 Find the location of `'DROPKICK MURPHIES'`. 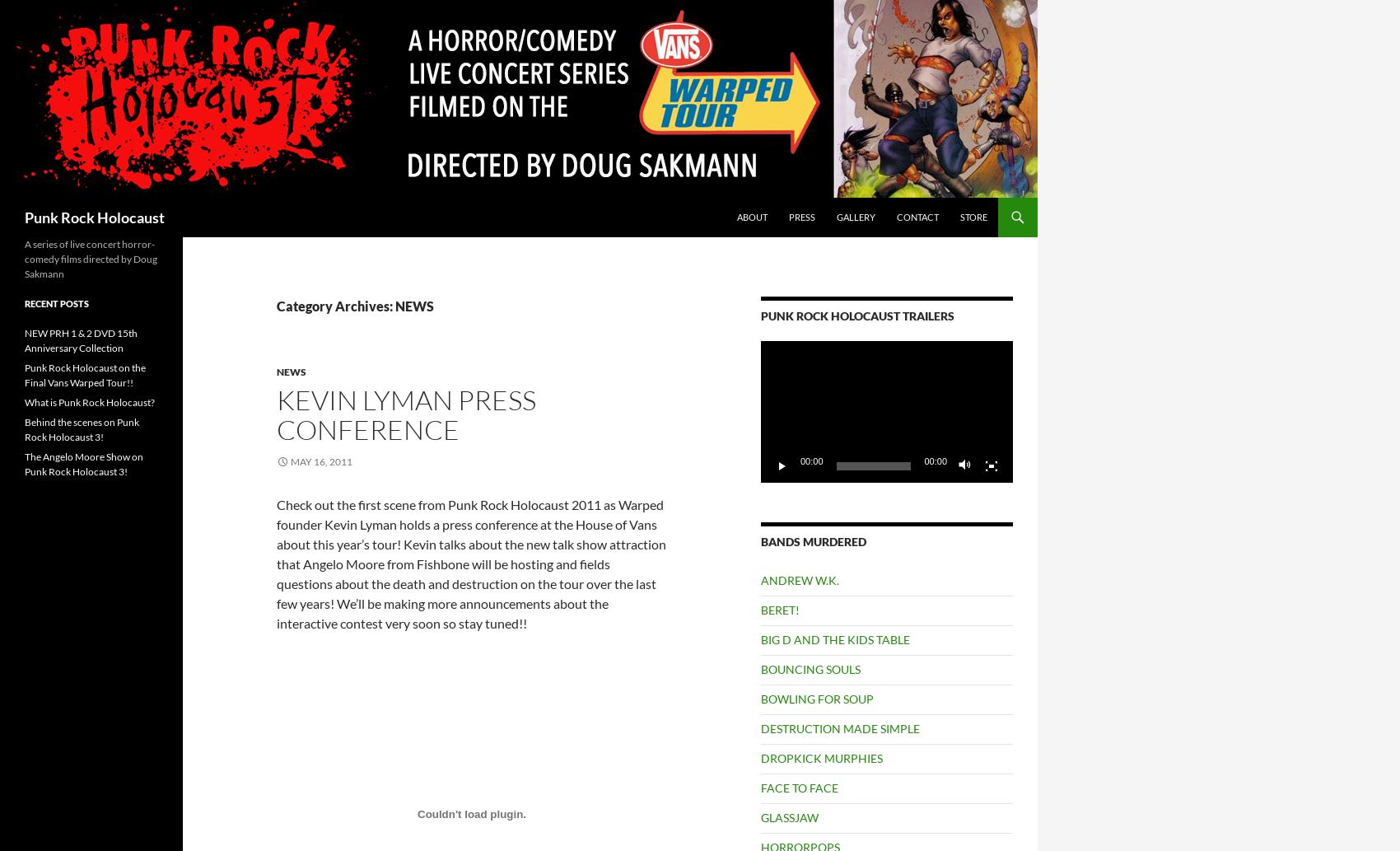

'DROPKICK MURPHIES' is located at coordinates (760, 757).